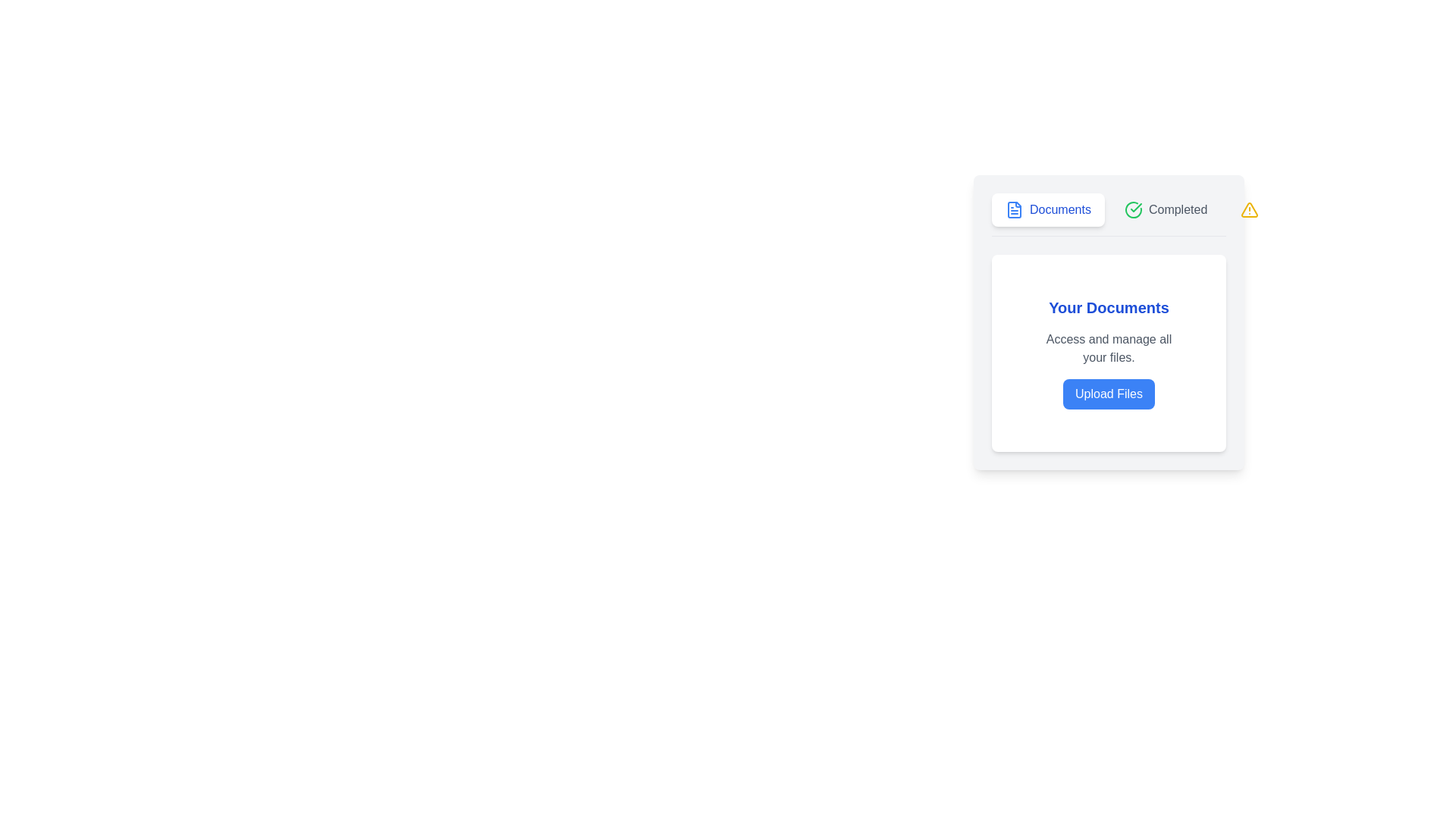 The height and width of the screenshot is (819, 1456). What do you see at coordinates (1109, 348) in the screenshot?
I see `the text element that provides context for 'Your Documents', located centrally beneath the heading and above the 'Upload Files' button` at bounding box center [1109, 348].